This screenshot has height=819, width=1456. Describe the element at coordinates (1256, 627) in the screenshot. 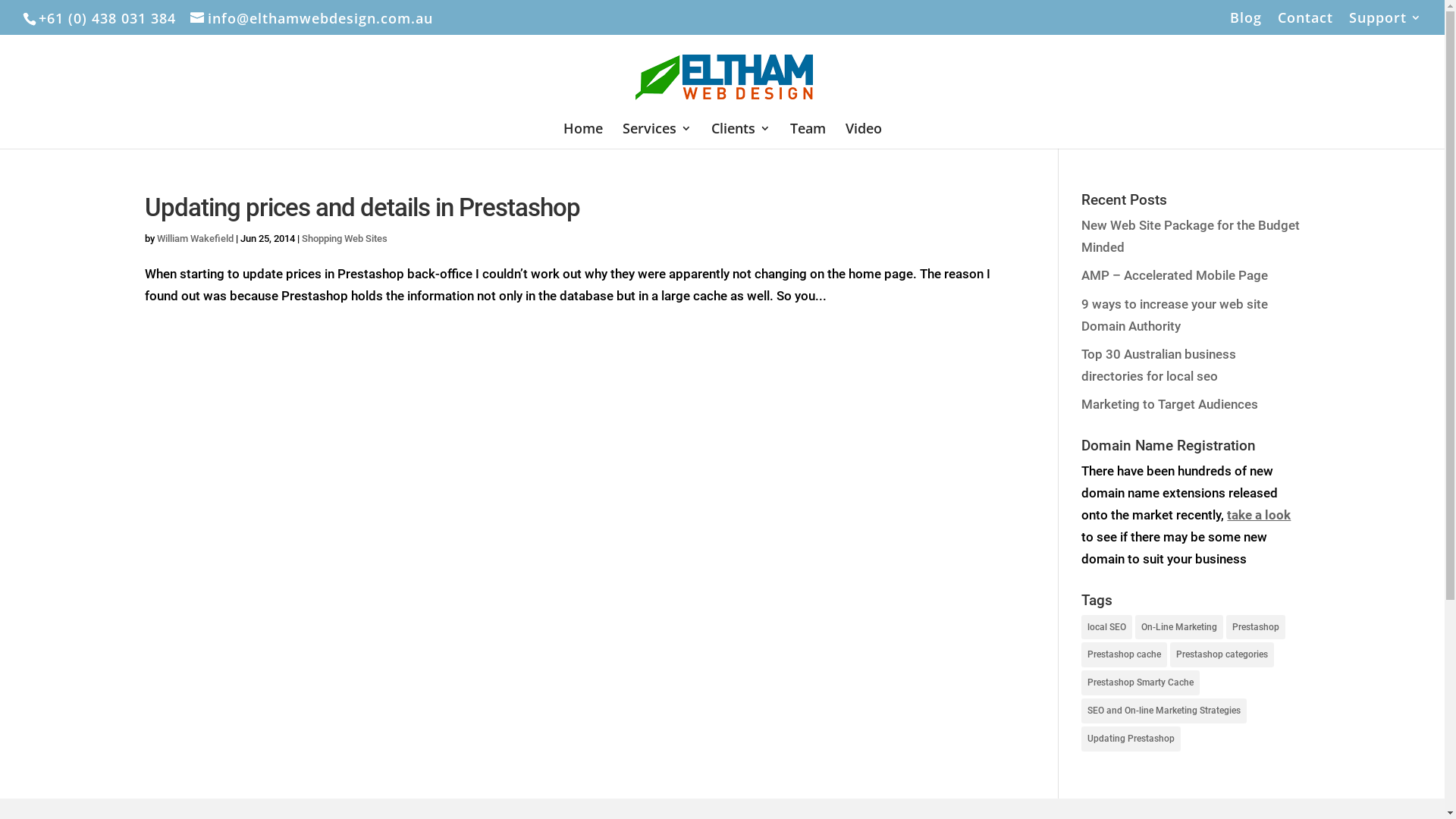

I see `'Prestashop'` at that location.